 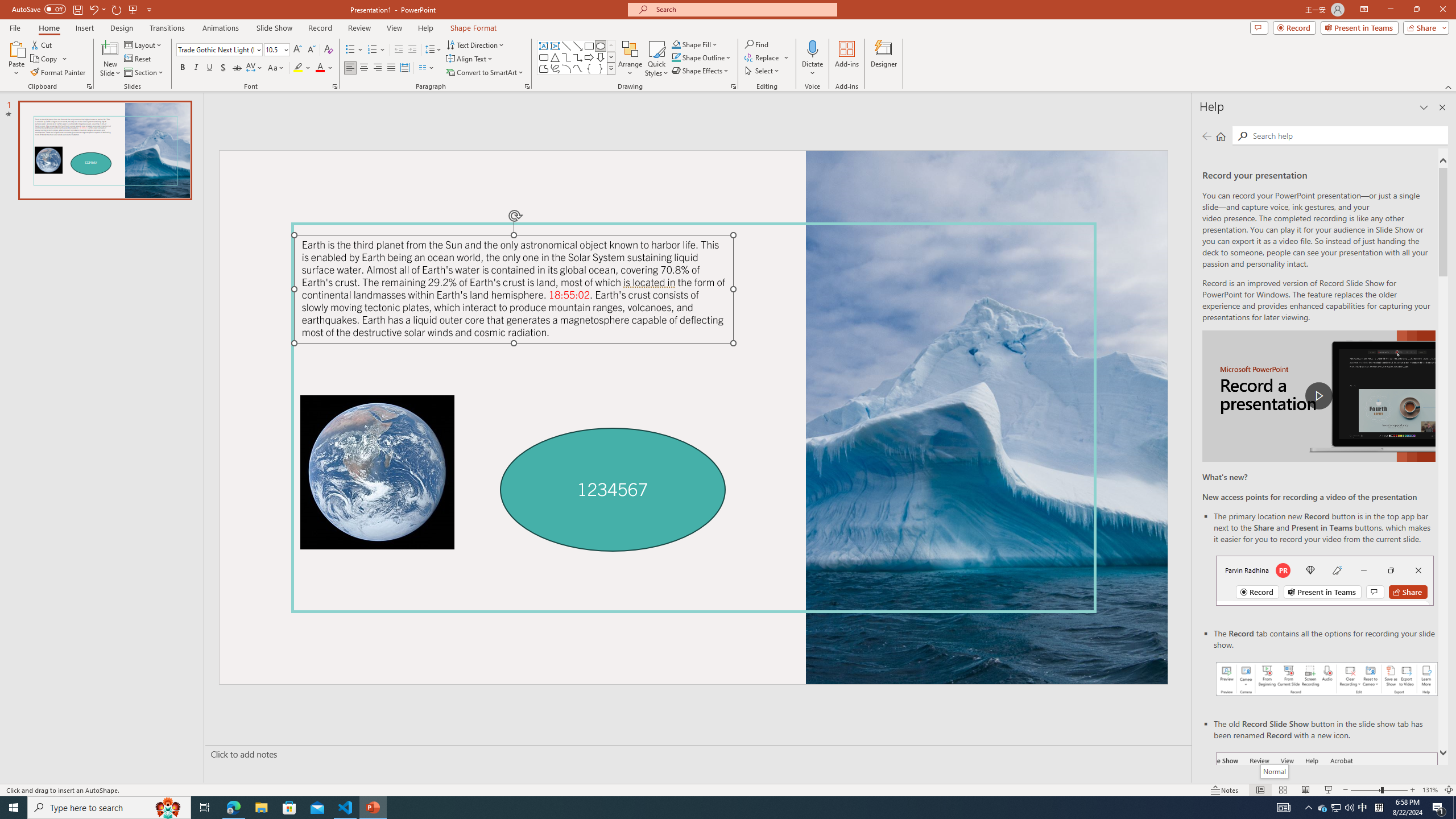 I want to click on 'Shape Fill Aqua, Accent 2', so click(x=676, y=44).